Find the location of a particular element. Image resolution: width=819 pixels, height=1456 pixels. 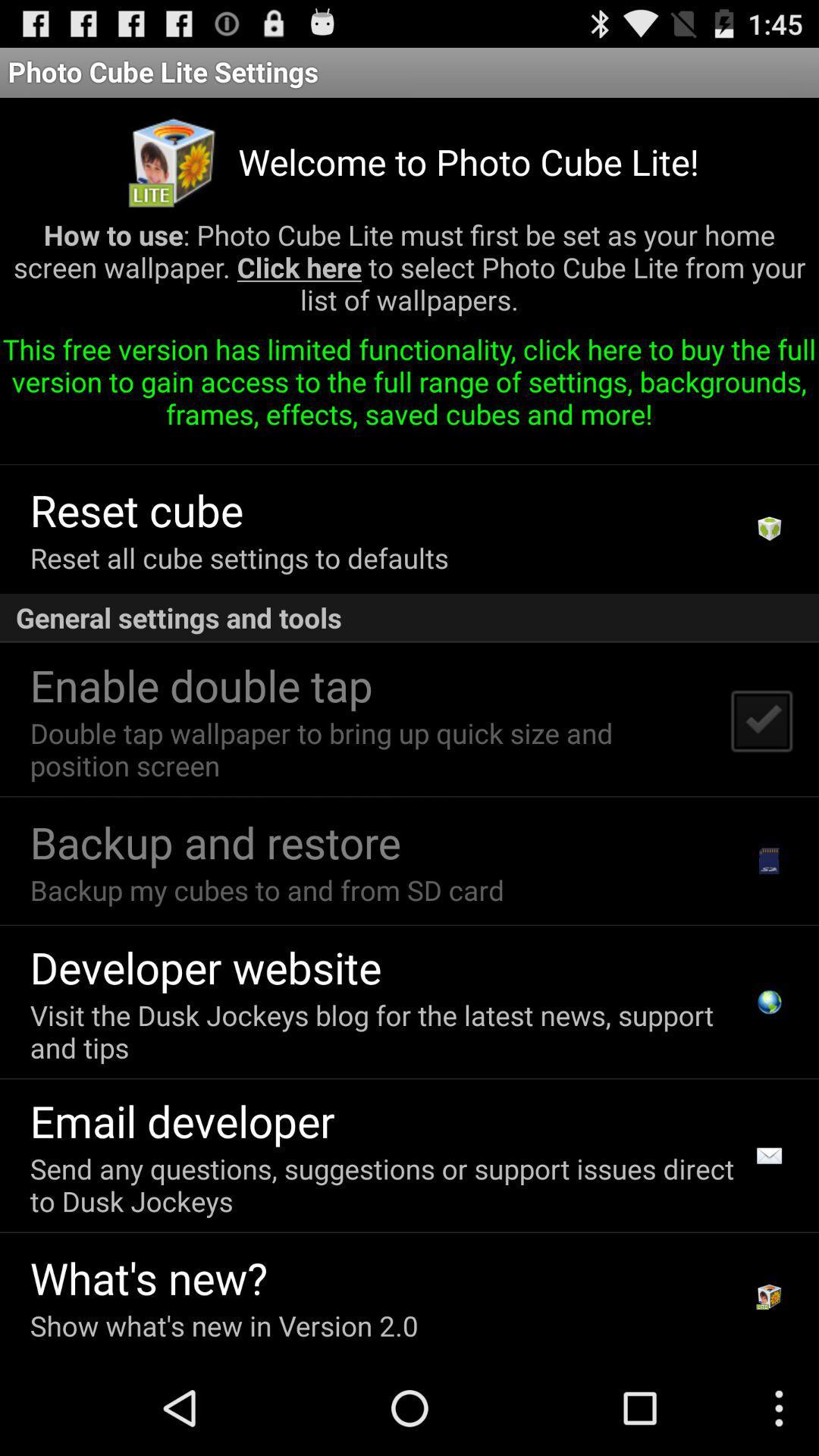

icon above reset cube icon is located at coordinates (294, 445).